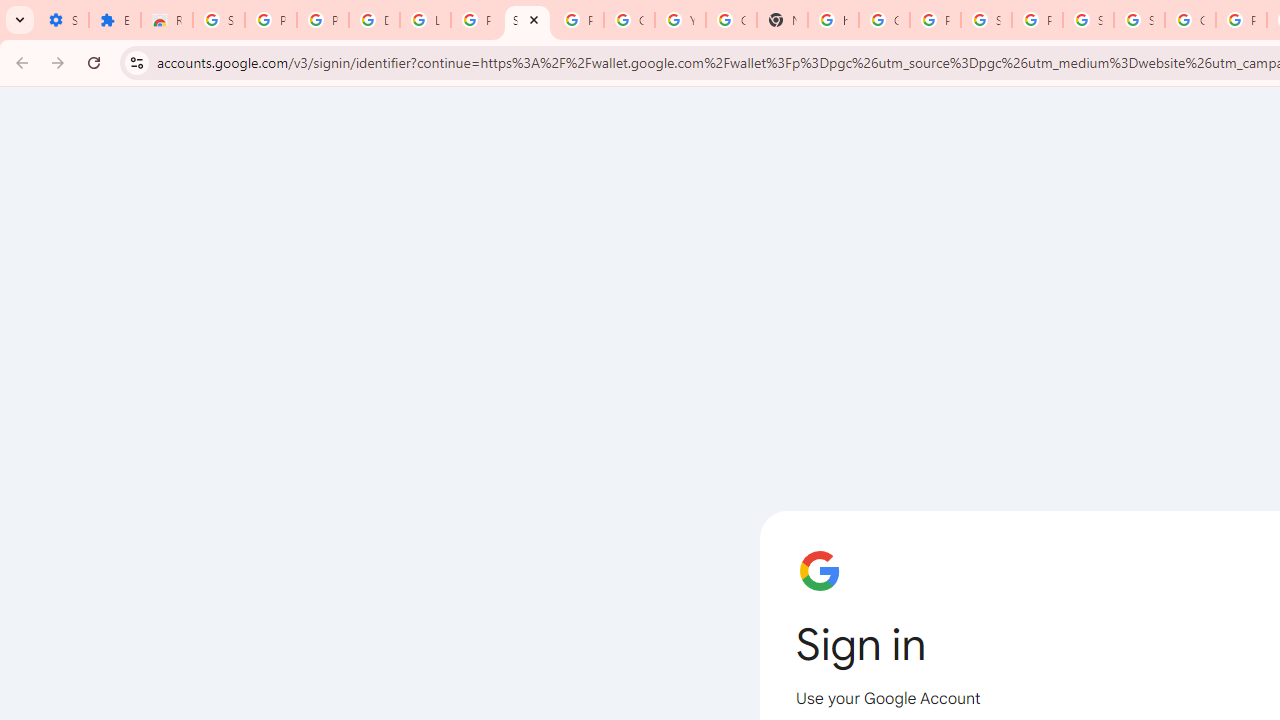  Describe the element at coordinates (113, 20) in the screenshot. I see `'Extensions'` at that location.